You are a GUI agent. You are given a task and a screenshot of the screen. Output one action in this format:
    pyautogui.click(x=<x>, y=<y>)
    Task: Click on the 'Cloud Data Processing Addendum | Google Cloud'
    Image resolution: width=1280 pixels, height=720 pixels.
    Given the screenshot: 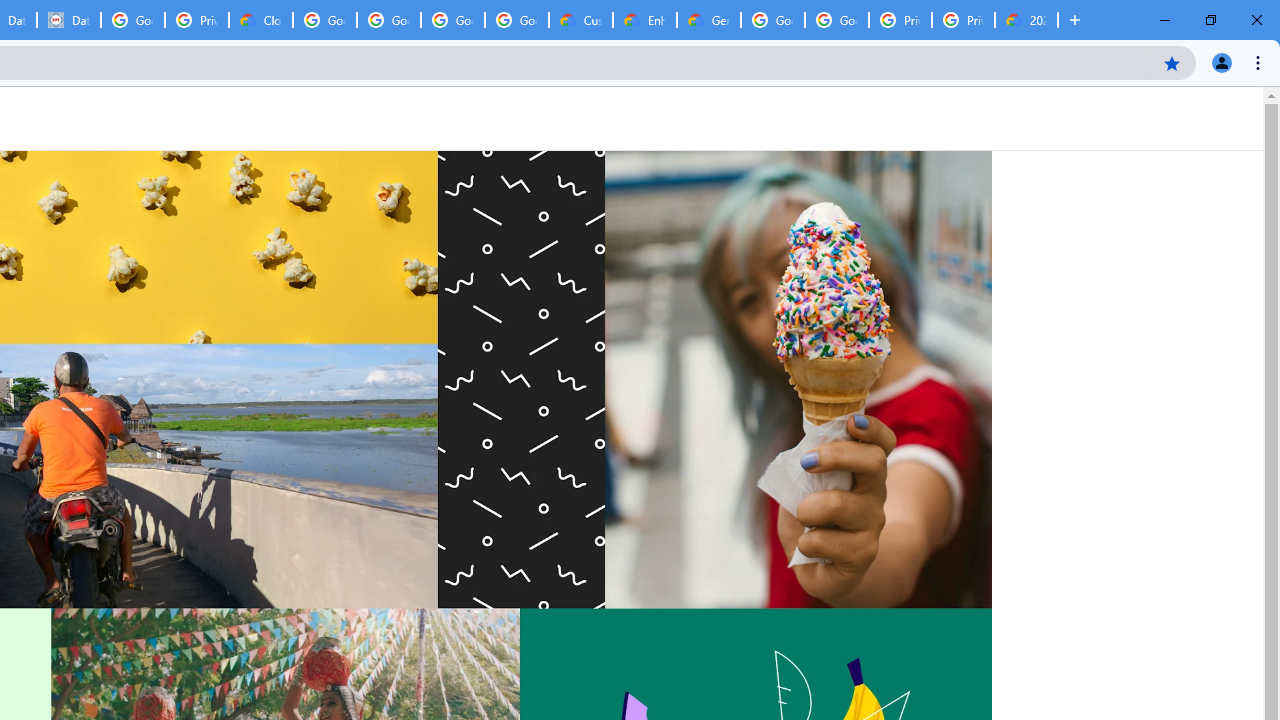 What is the action you would take?
    pyautogui.click(x=260, y=20)
    